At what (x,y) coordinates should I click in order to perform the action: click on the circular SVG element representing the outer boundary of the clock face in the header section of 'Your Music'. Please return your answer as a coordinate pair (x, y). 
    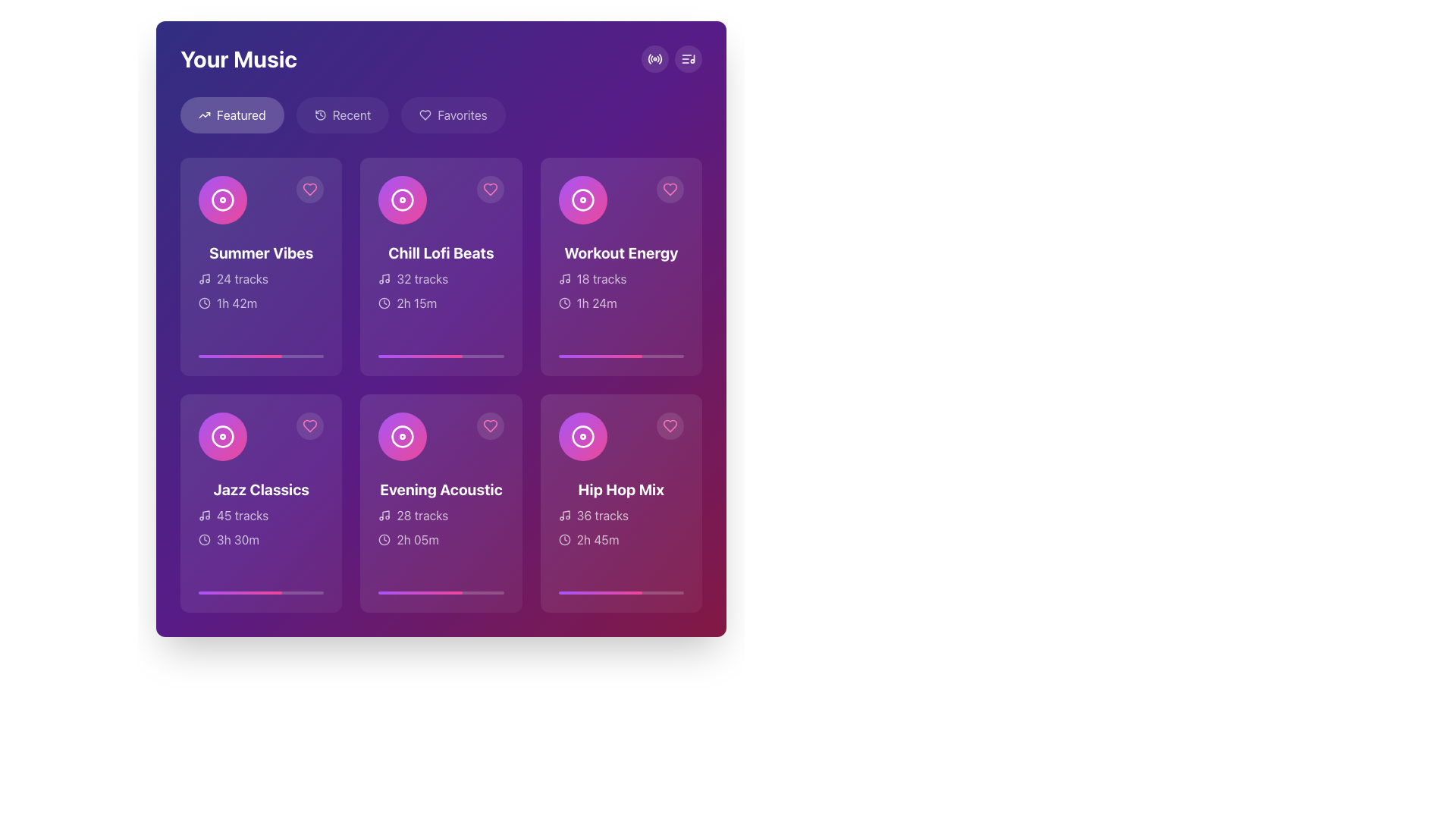
    Looking at the image, I should click on (203, 303).